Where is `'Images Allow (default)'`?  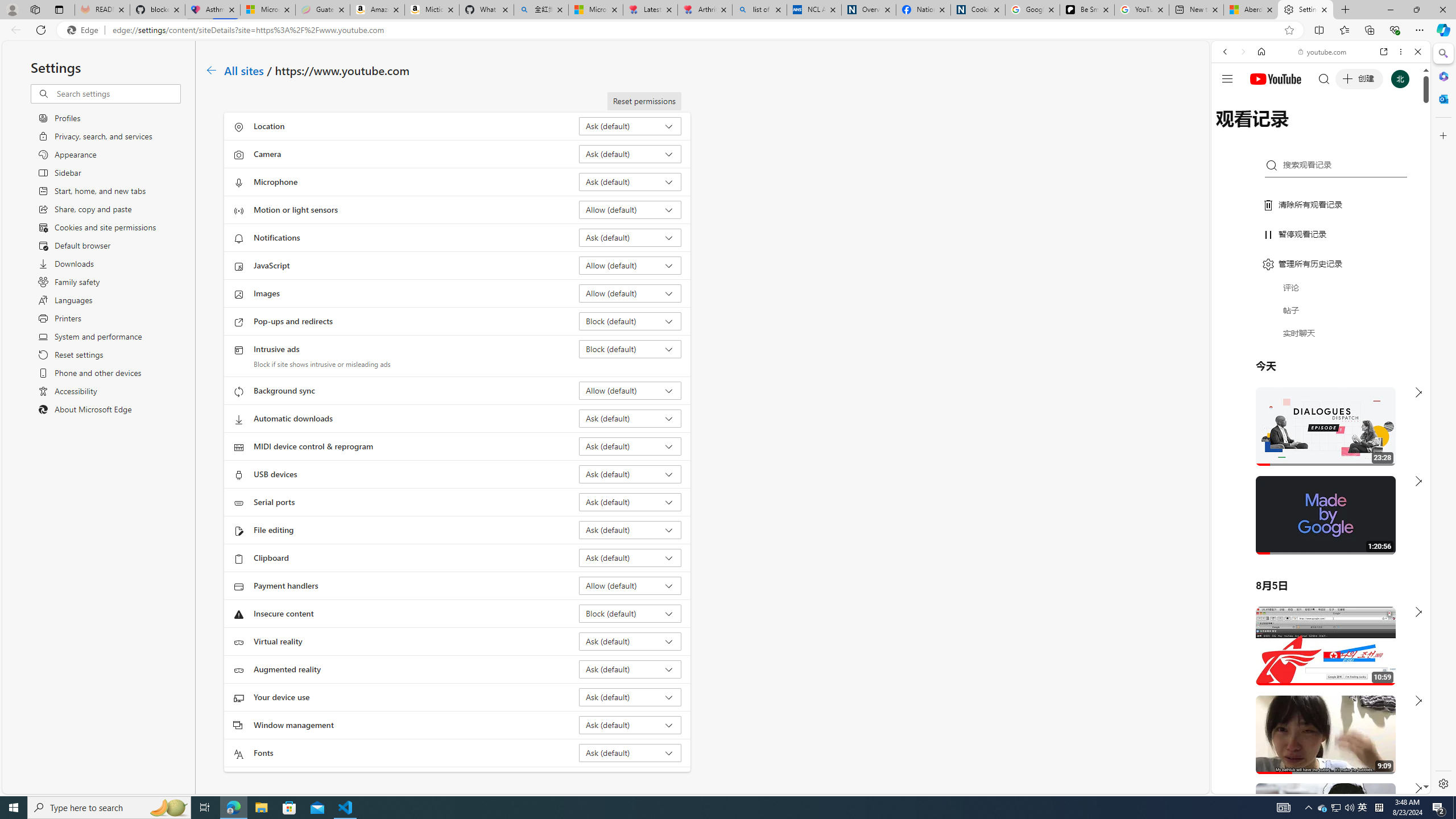 'Images Allow (default)' is located at coordinates (630, 292).